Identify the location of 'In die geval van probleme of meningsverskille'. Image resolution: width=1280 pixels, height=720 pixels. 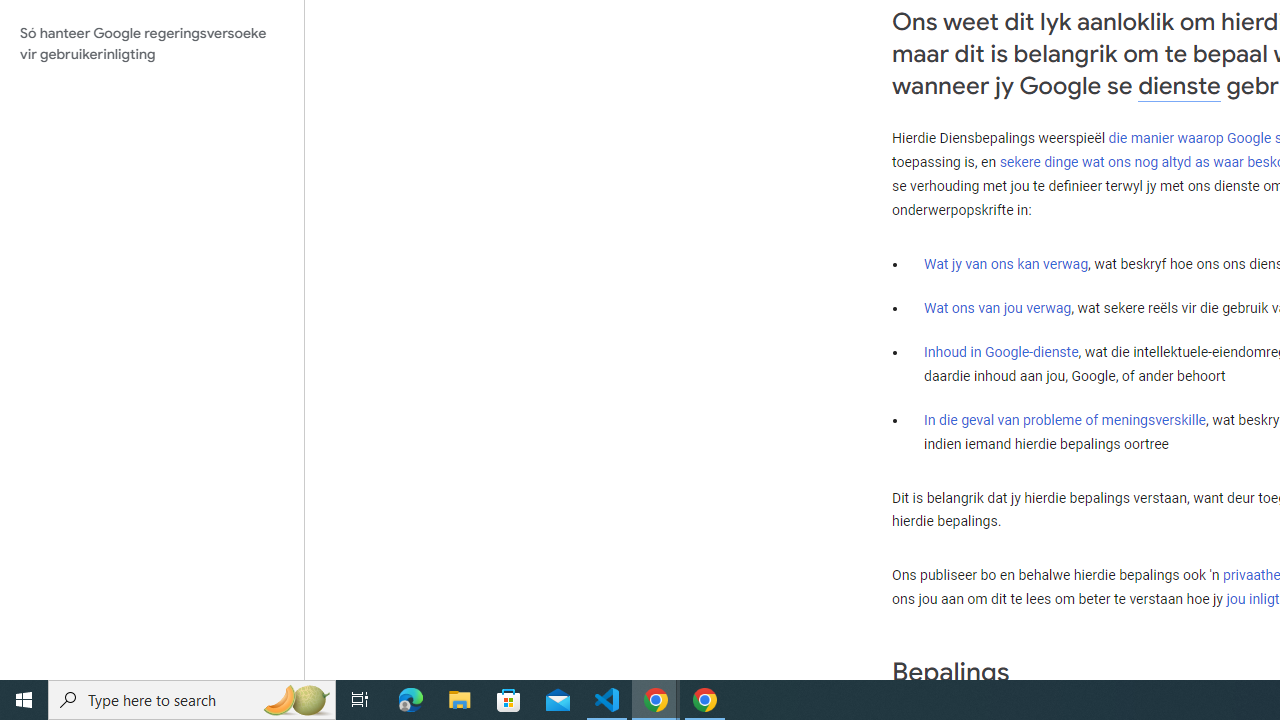
(1063, 419).